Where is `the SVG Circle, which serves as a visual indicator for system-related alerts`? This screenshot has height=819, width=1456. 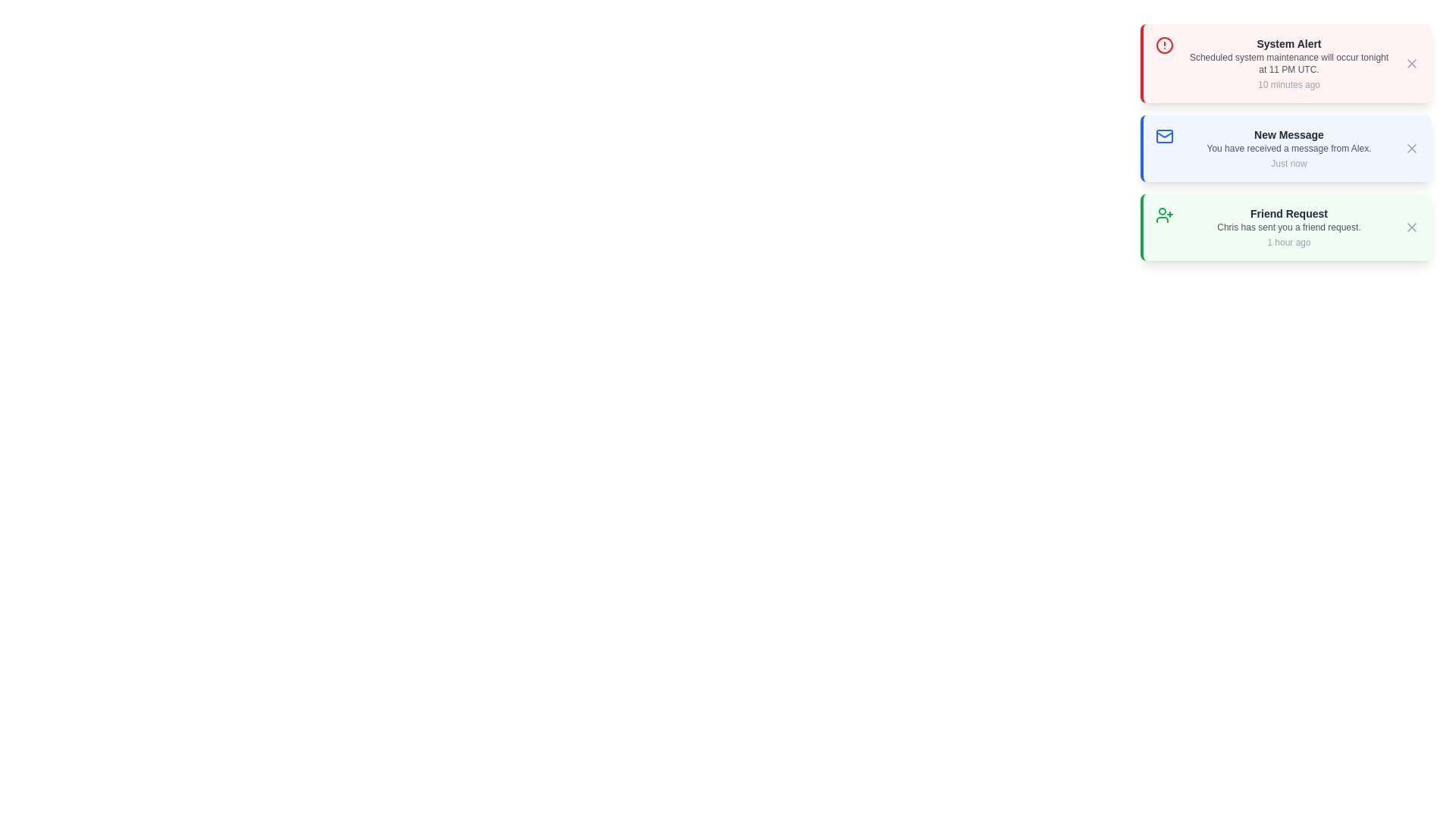
the SVG Circle, which serves as a visual indicator for system-related alerts is located at coordinates (1164, 45).